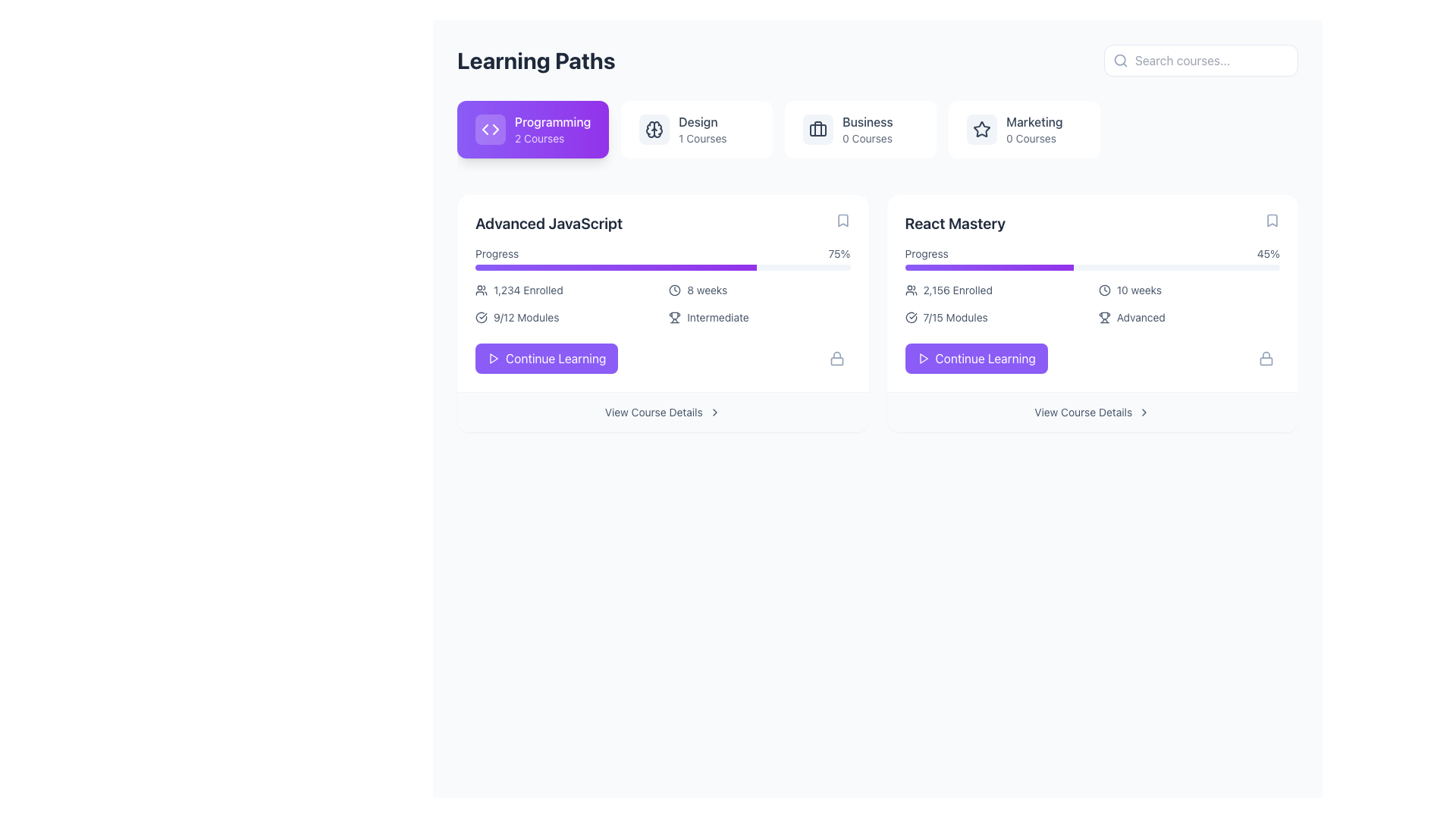 The width and height of the screenshot is (1456, 819). What do you see at coordinates (1104, 290) in the screenshot?
I see `the clock icon representing the course duration of '10 weeks' located to the left of the text '10 weeks' in the 'React Mastery' section` at bounding box center [1104, 290].